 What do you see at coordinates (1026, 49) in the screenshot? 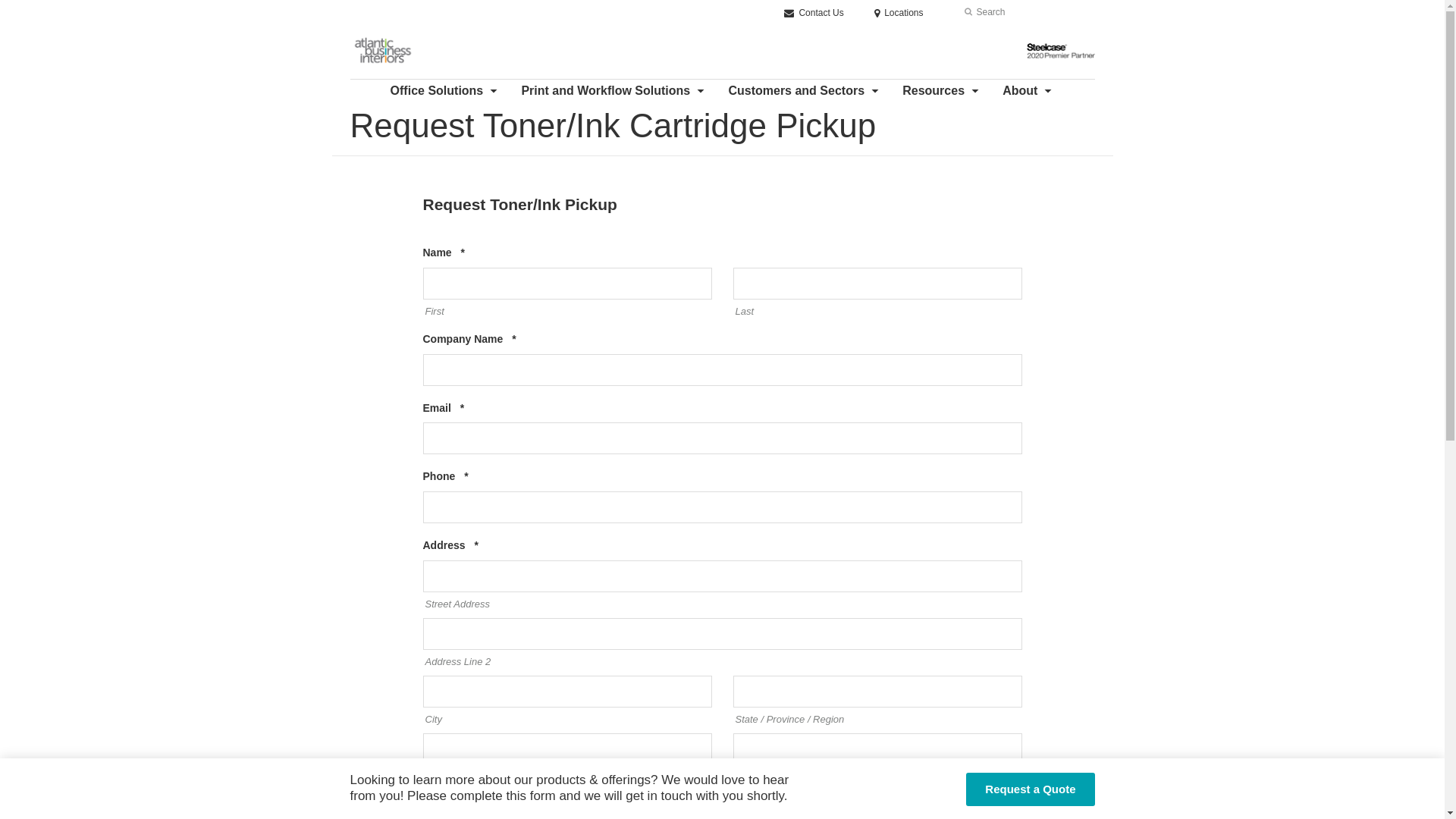
I see `'Steelcase 2020 Premier Partner'` at bounding box center [1026, 49].